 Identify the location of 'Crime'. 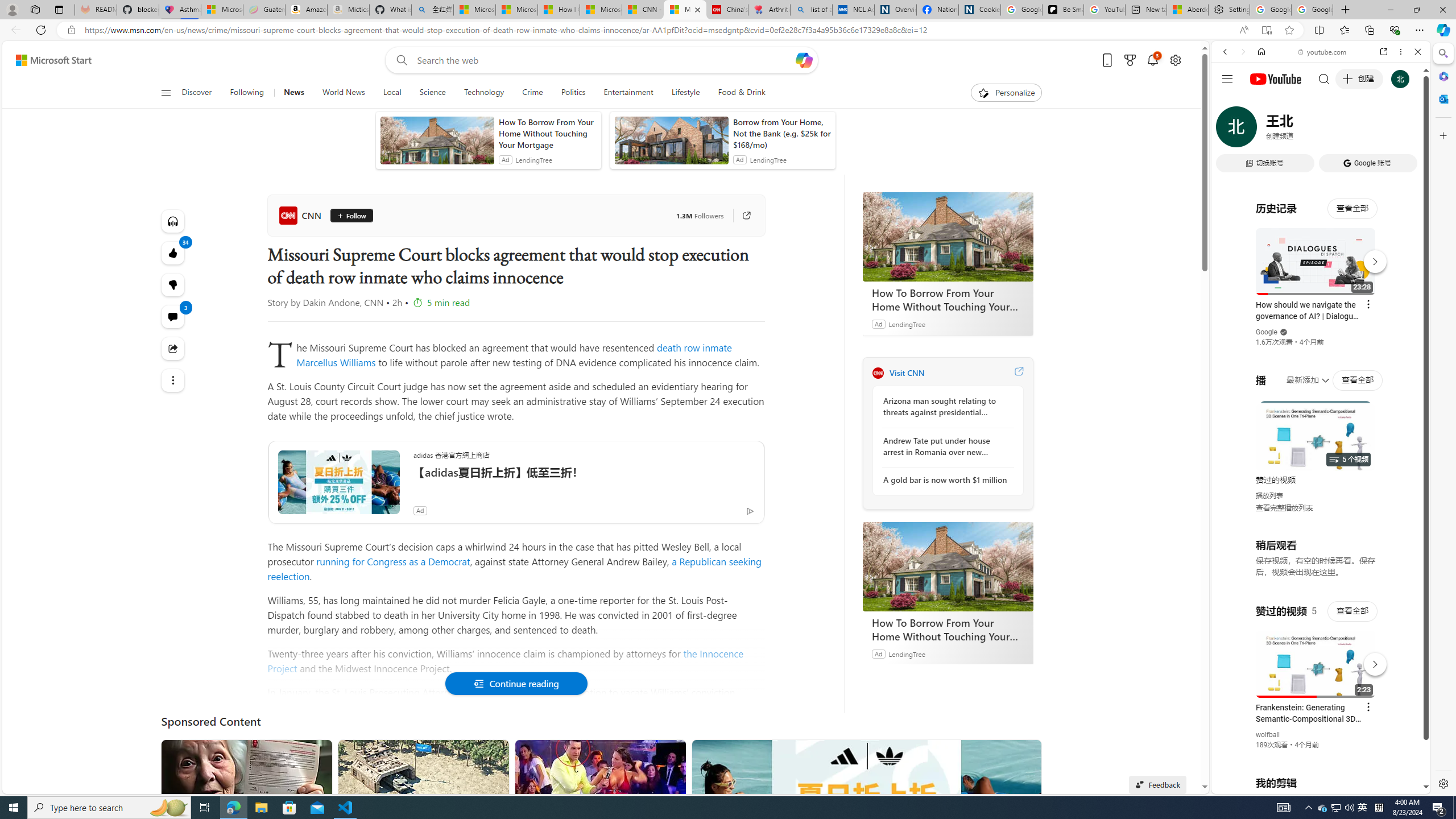
(531, 92).